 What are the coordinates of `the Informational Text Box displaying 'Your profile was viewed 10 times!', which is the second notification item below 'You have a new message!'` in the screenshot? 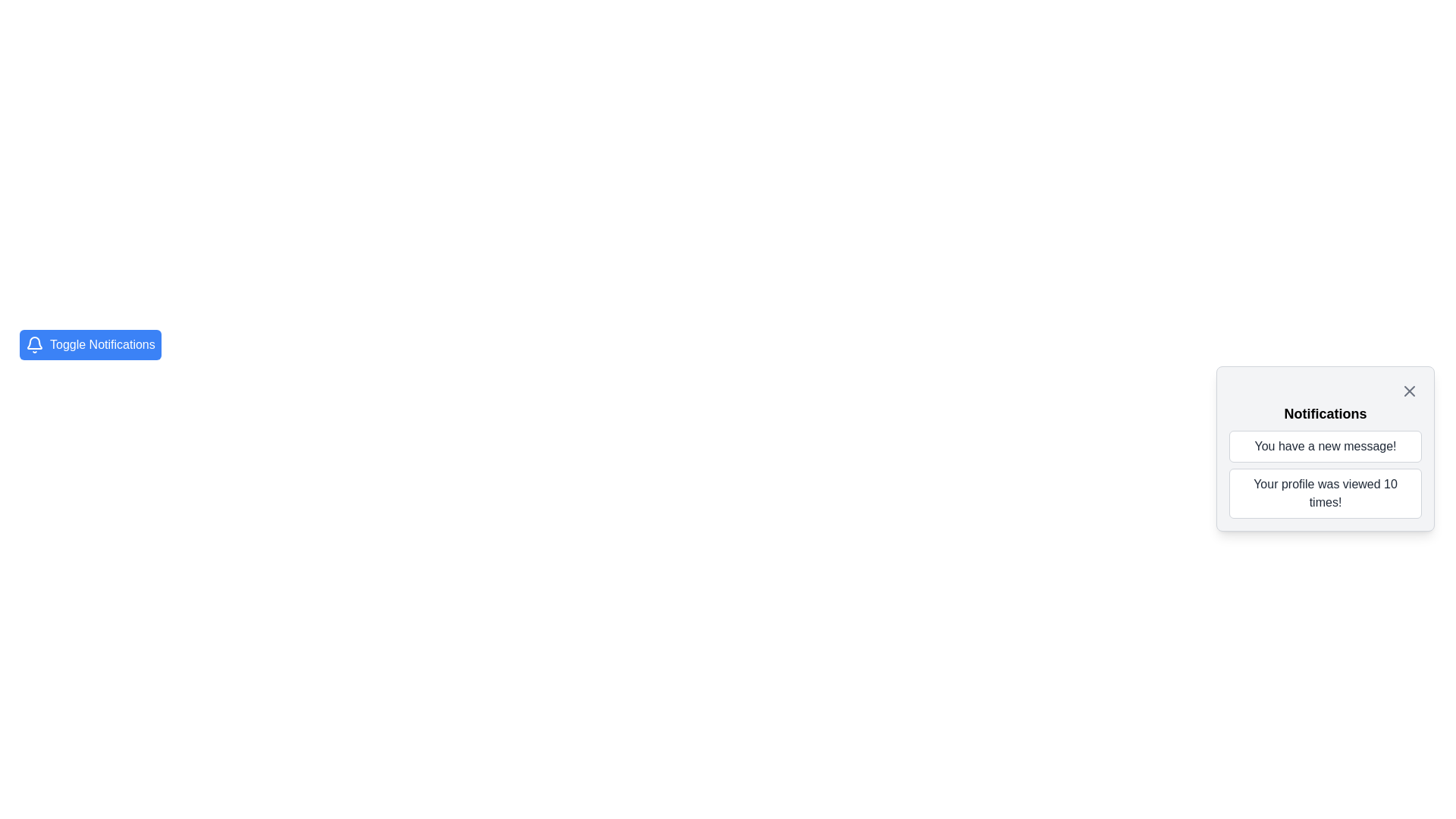 It's located at (1324, 494).